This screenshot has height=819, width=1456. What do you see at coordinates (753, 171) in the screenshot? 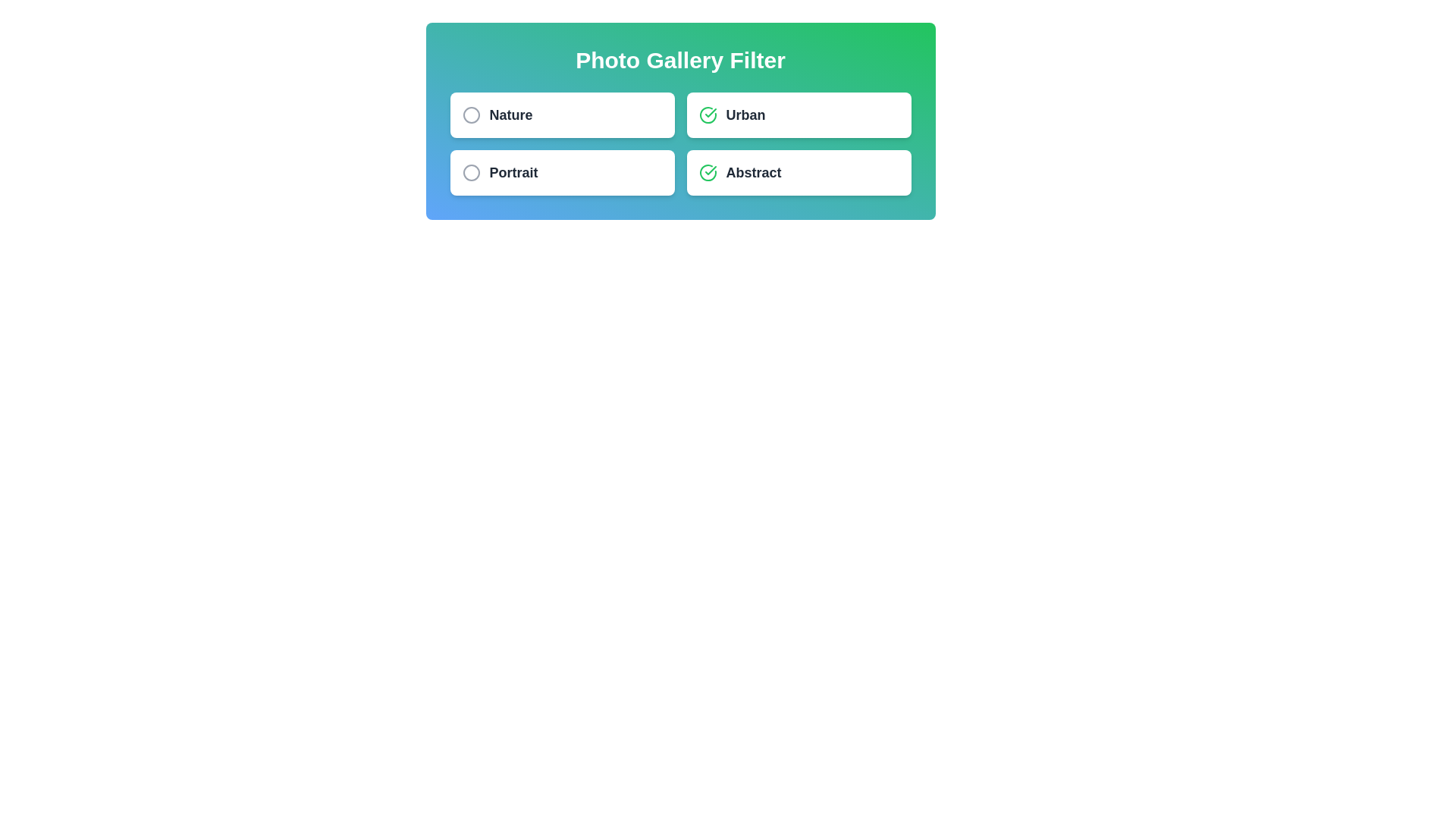
I see `the label of the filter item corresponding to Abstract` at bounding box center [753, 171].